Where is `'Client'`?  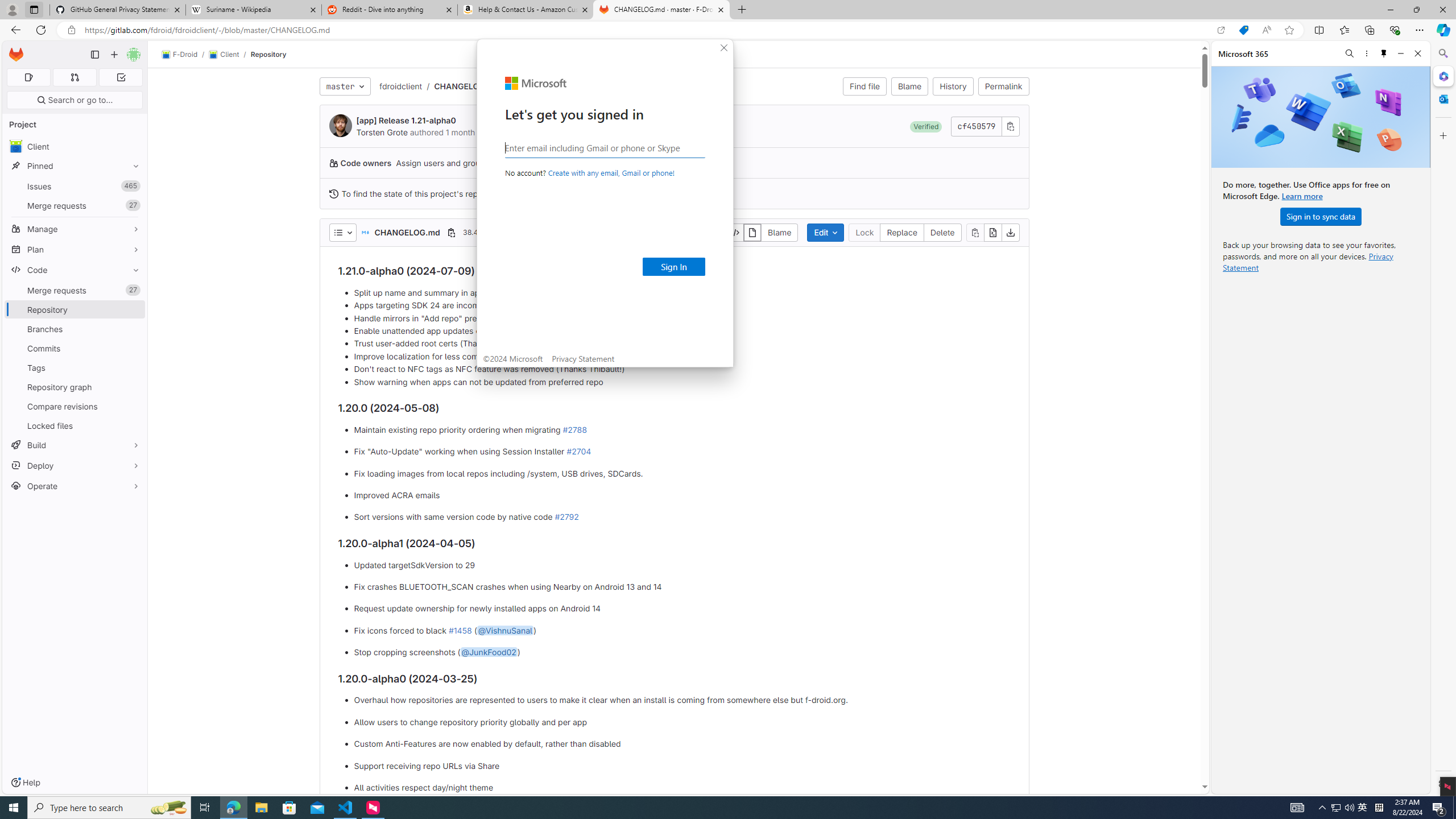
'Client' is located at coordinates (222, 54).